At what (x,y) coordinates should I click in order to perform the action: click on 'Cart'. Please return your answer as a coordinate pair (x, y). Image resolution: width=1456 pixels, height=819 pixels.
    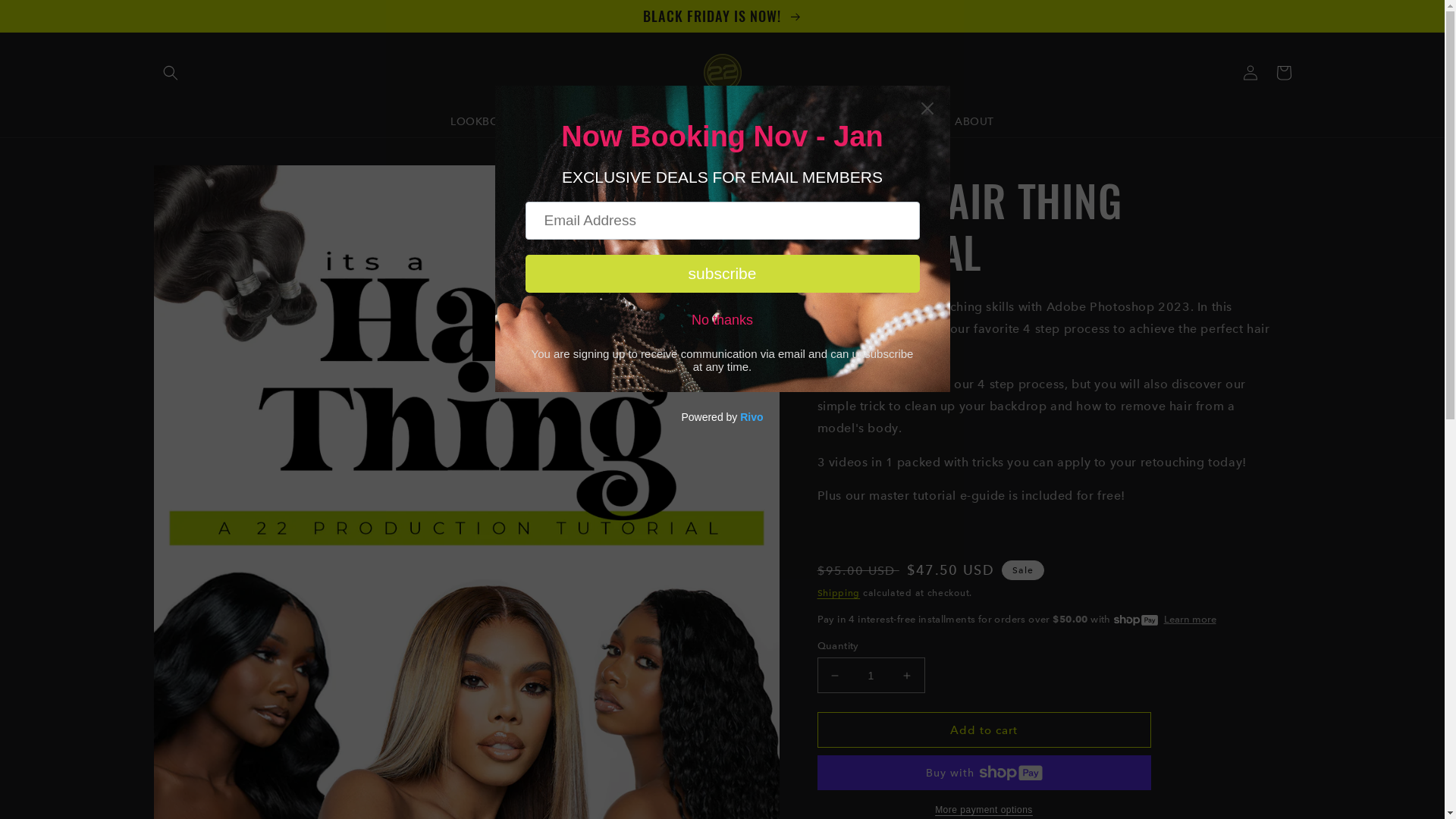
    Looking at the image, I should click on (1282, 73).